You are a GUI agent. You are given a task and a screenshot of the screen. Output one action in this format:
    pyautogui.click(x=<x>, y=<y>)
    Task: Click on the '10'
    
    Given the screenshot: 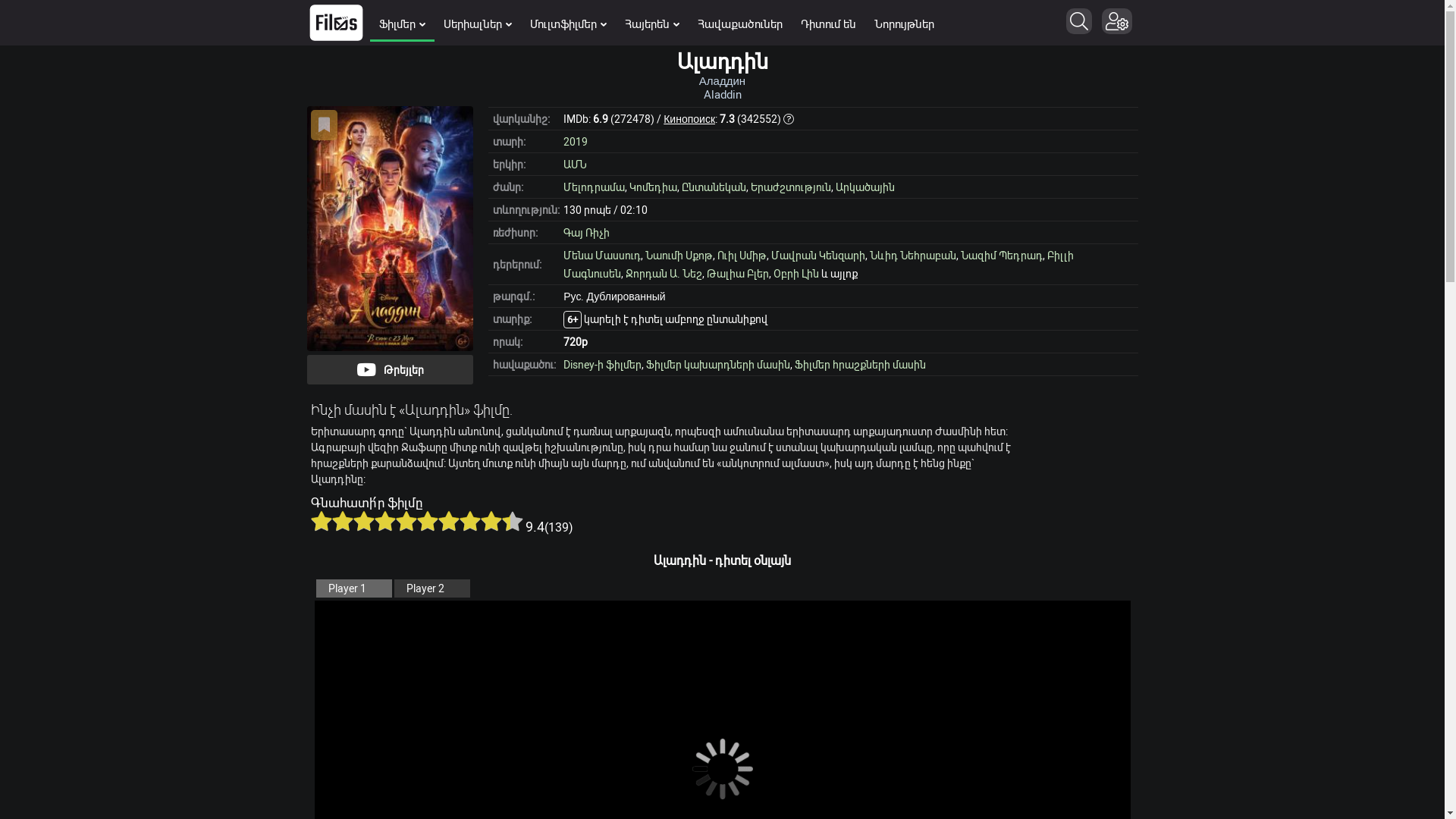 What is the action you would take?
    pyautogui.click(x=513, y=519)
    